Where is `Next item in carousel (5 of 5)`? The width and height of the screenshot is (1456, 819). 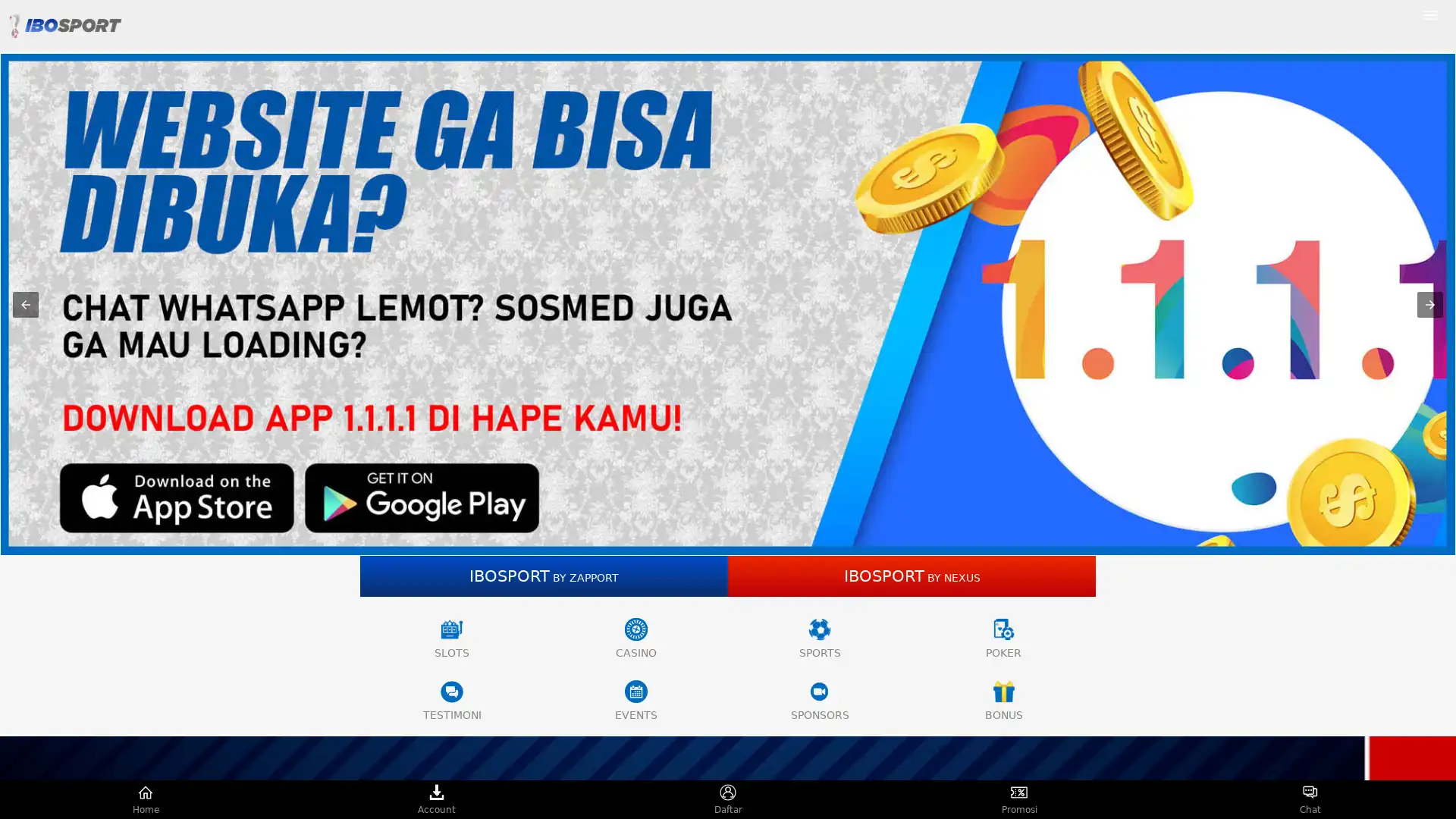 Next item in carousel (5 of 5) is located at coordinates (1429, 304).